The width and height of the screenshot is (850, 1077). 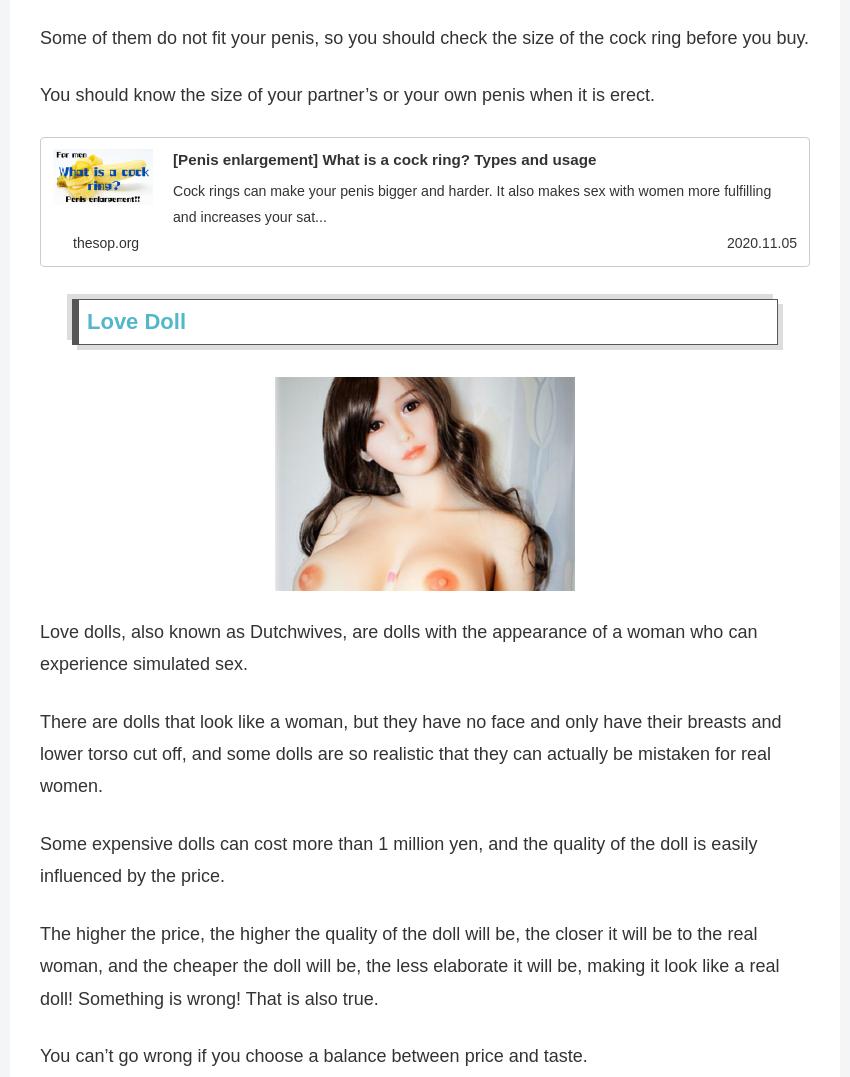 What do you see at coordinates (86, 324) in the screenshot?
I see `'Love Doll'` at bounding box center [86, 324].